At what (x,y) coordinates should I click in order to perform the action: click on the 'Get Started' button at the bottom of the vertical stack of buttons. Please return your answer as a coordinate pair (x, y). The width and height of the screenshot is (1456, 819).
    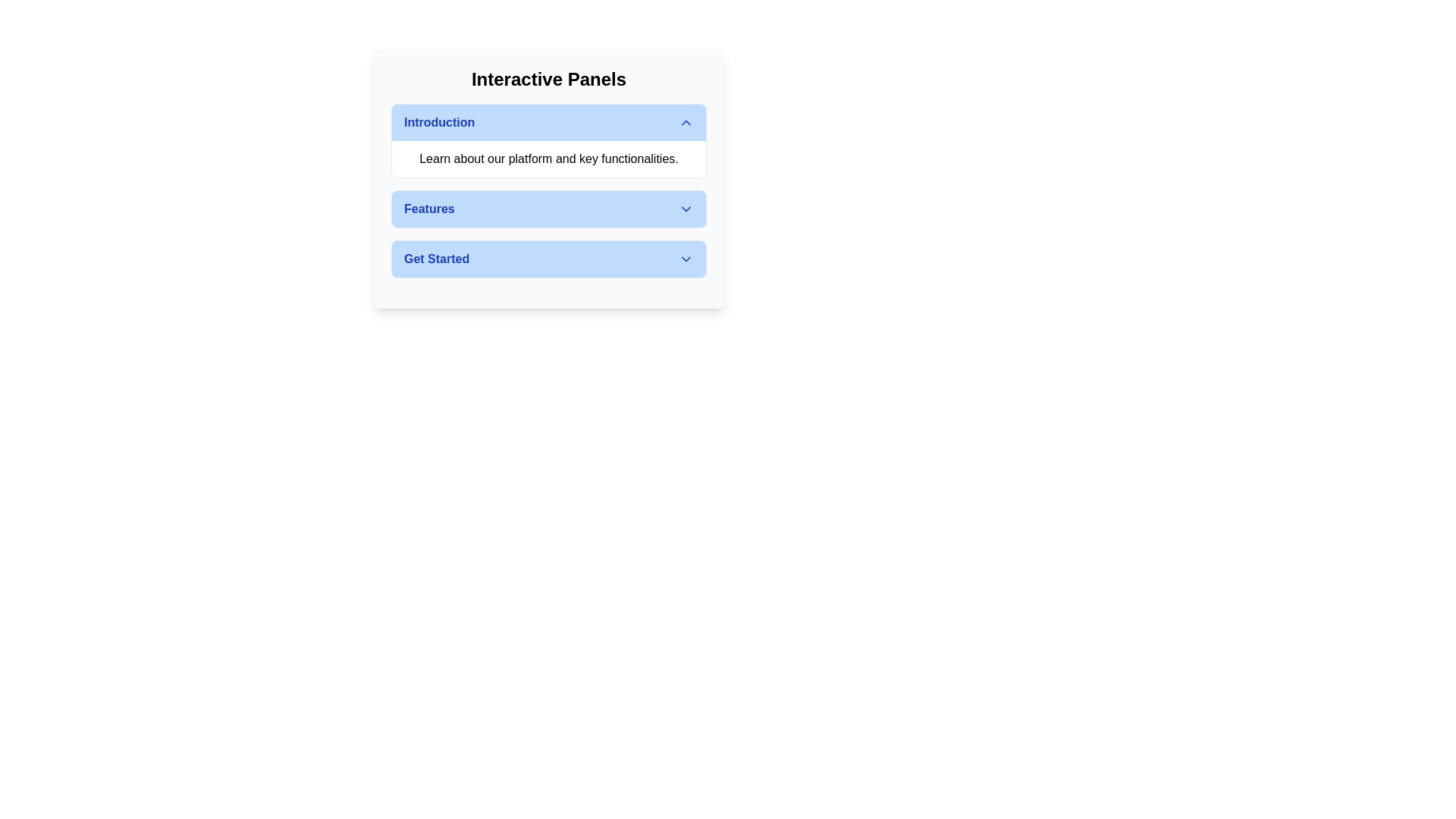
    Looking at the image, I should click on (548, 259).